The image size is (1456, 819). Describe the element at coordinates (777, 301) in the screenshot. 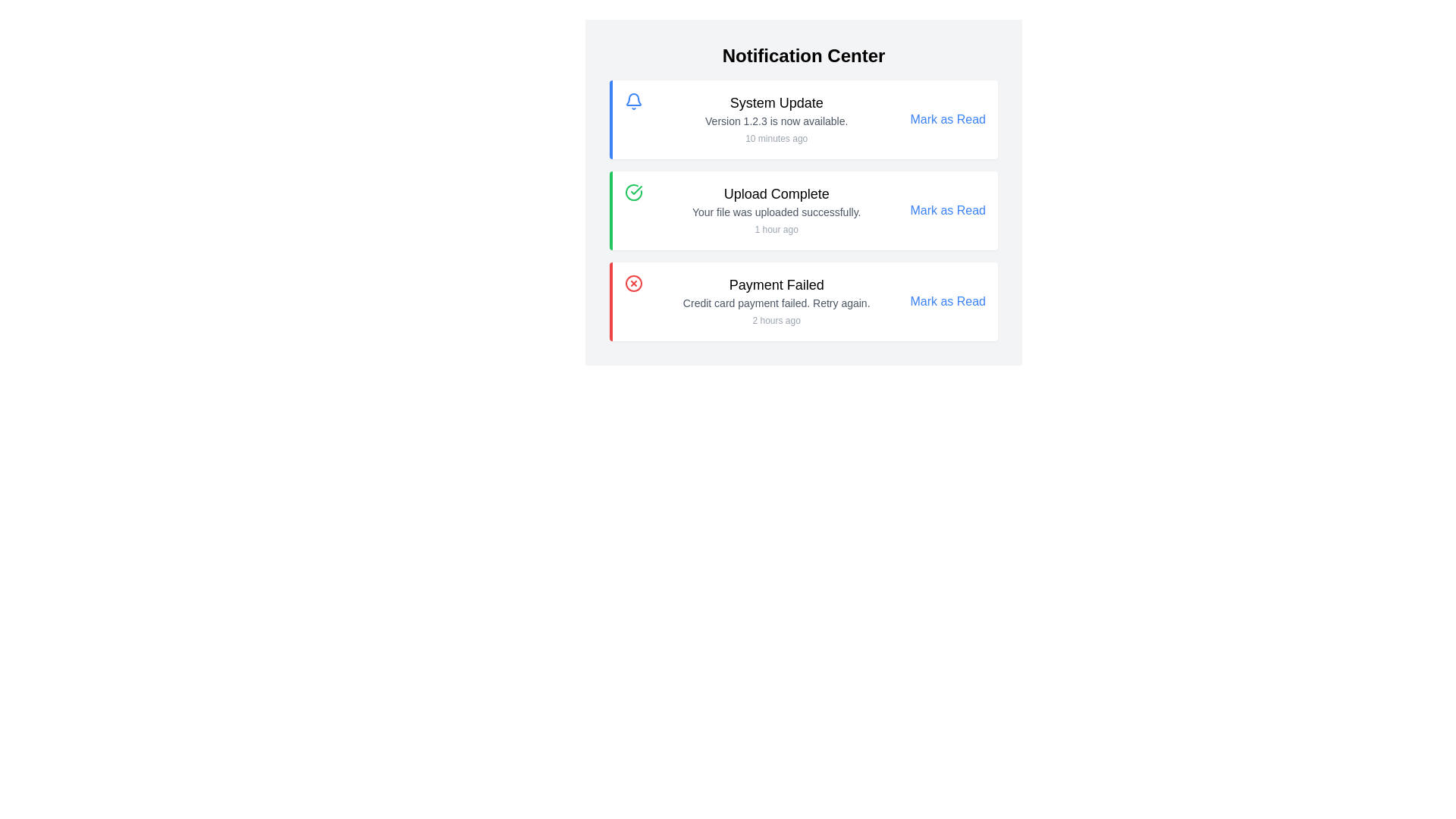

I see `notification content displayed in the text block regarding the failed credit card payment attempt, located in the bottom-left section of the Notification Center` at that location.